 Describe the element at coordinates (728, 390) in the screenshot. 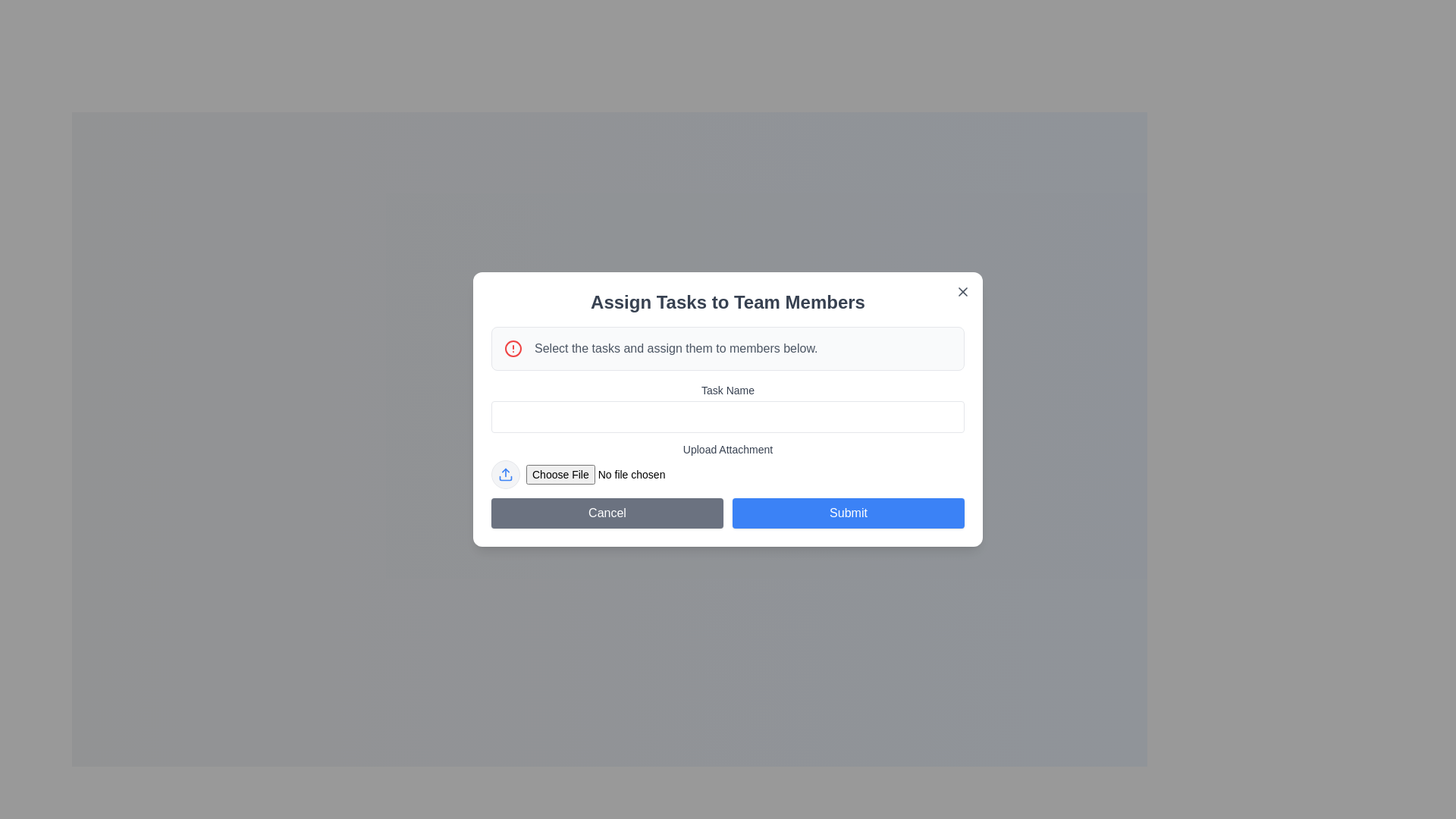

I see `the 'Task Name' text label, which is displayed in a smaller gray font above the input field in the modal dialog box` at that location.